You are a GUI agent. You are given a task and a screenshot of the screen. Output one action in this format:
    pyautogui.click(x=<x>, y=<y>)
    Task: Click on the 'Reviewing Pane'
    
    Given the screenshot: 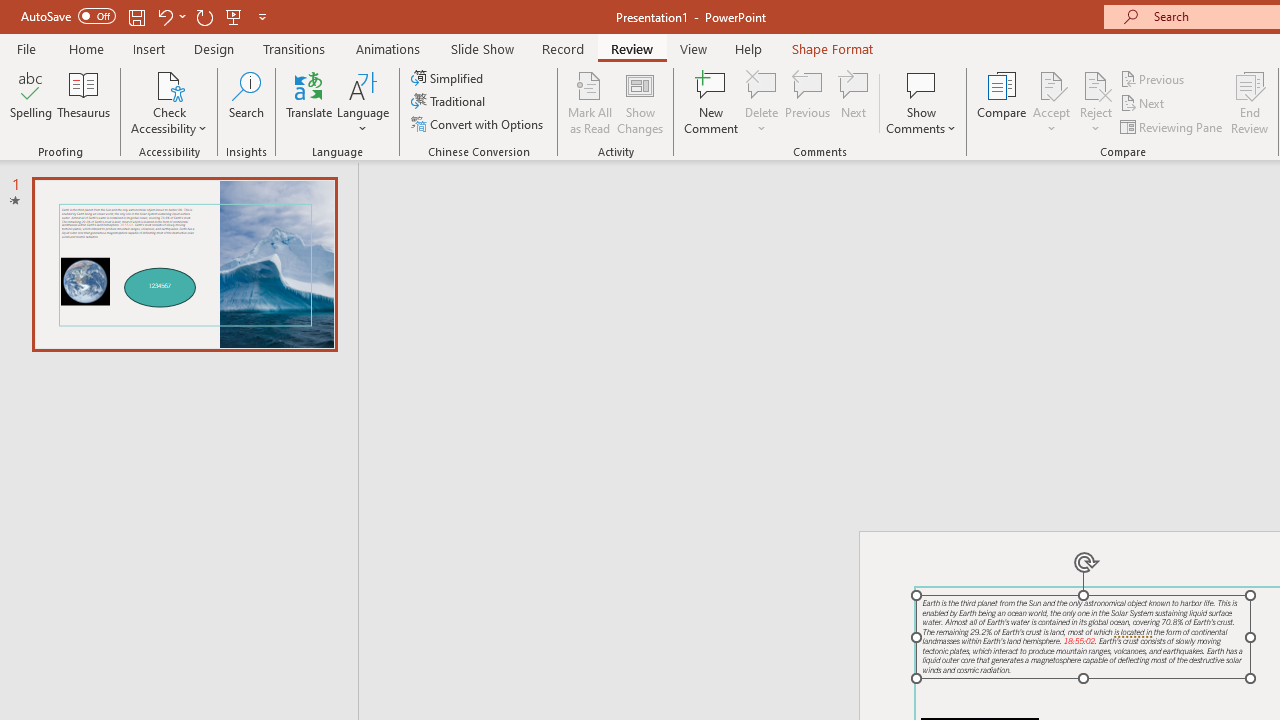 What is the action you would take?
    pyautogui.click(x=1173, y=127)
    